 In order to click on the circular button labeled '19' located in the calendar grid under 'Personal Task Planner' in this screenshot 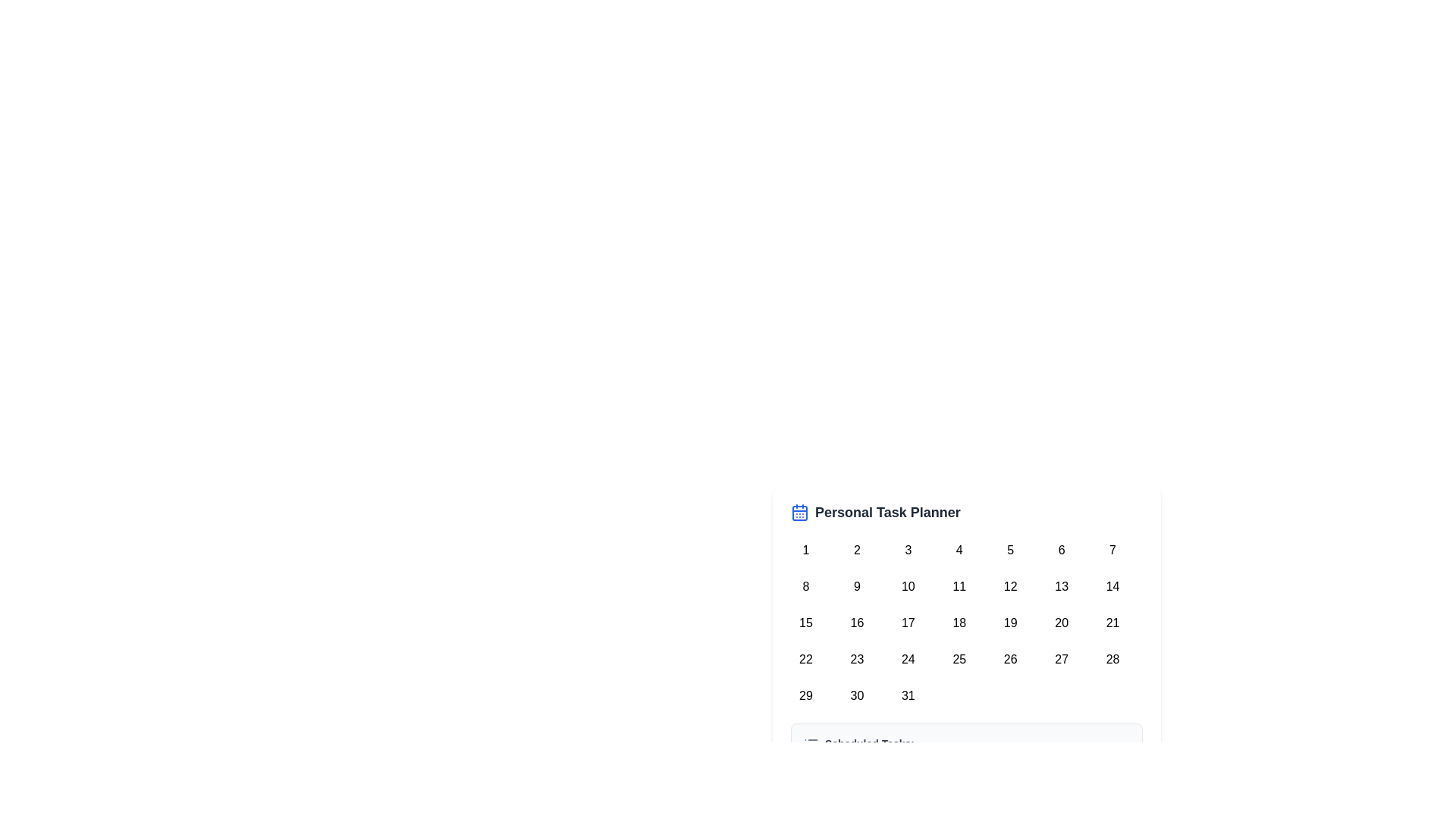, I will do `click(1010, 623)`.